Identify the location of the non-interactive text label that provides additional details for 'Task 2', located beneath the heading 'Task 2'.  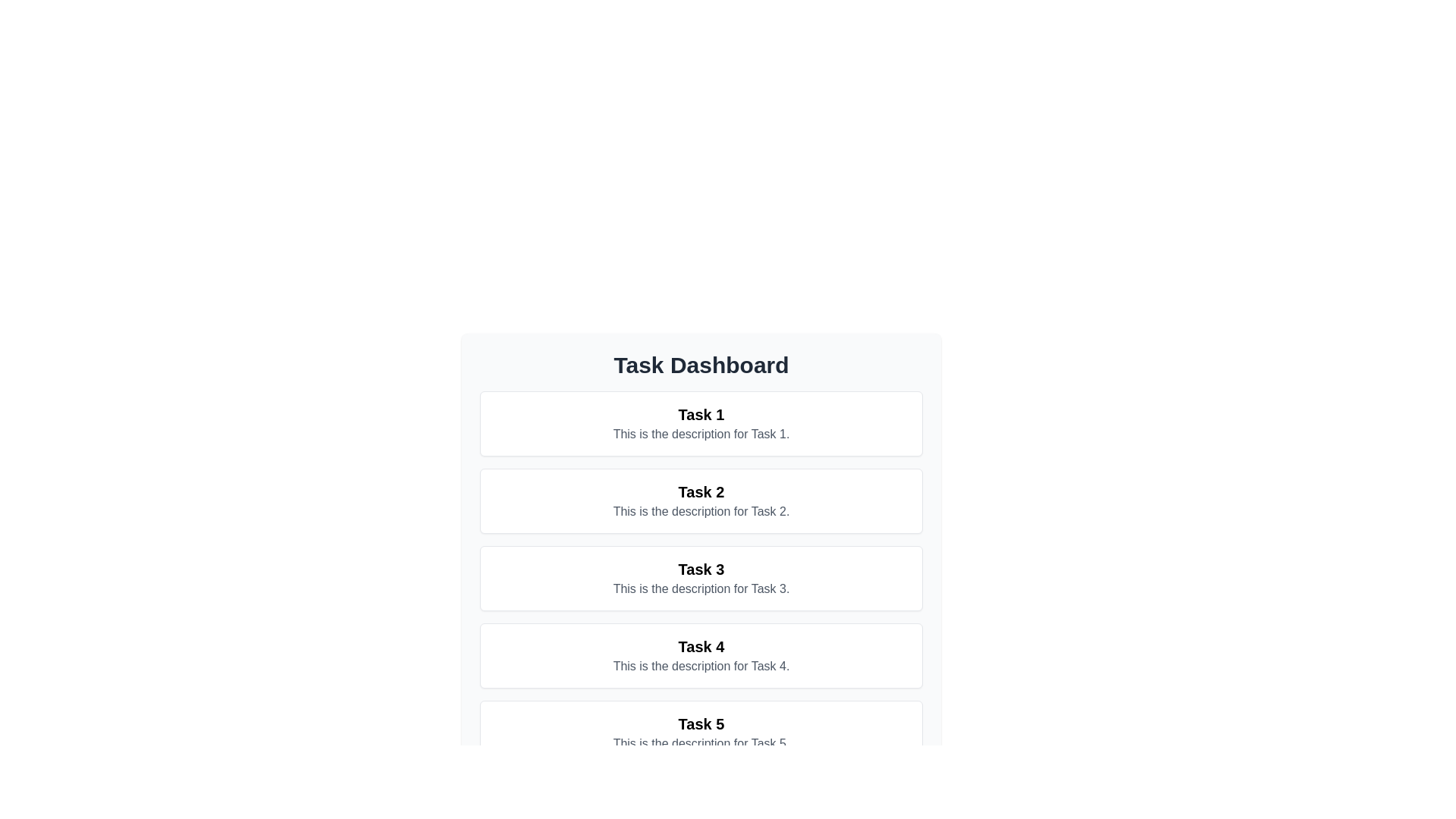
(701, 512).